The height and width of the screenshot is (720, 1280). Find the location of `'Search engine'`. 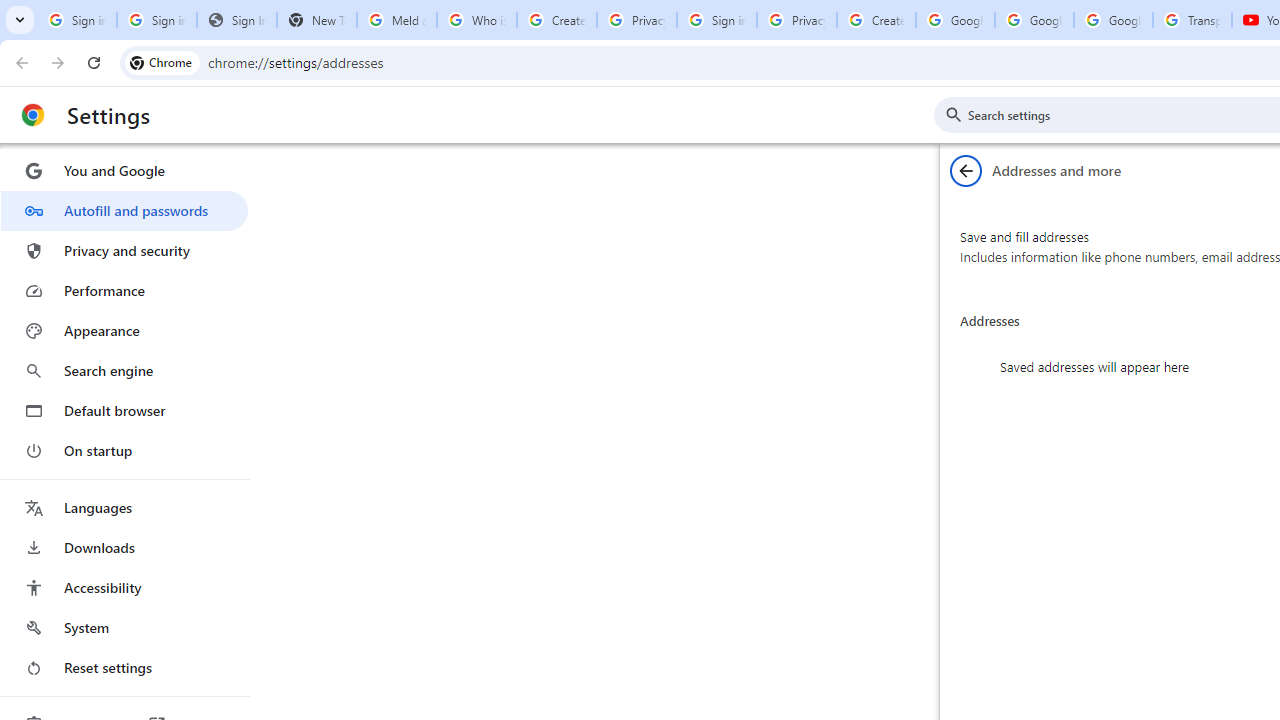

'Search engine' is located at coordinates (123, 371).